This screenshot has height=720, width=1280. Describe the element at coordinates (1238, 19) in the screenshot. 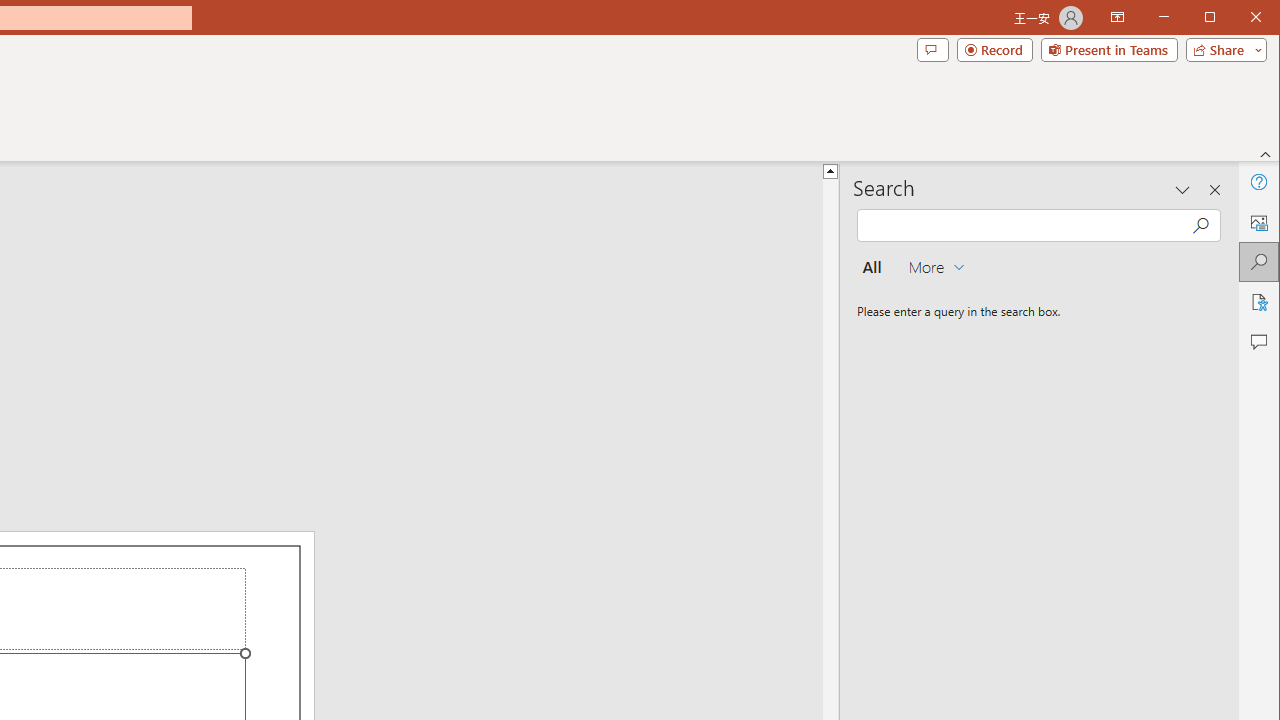

I see `'Maximize'` at that location.